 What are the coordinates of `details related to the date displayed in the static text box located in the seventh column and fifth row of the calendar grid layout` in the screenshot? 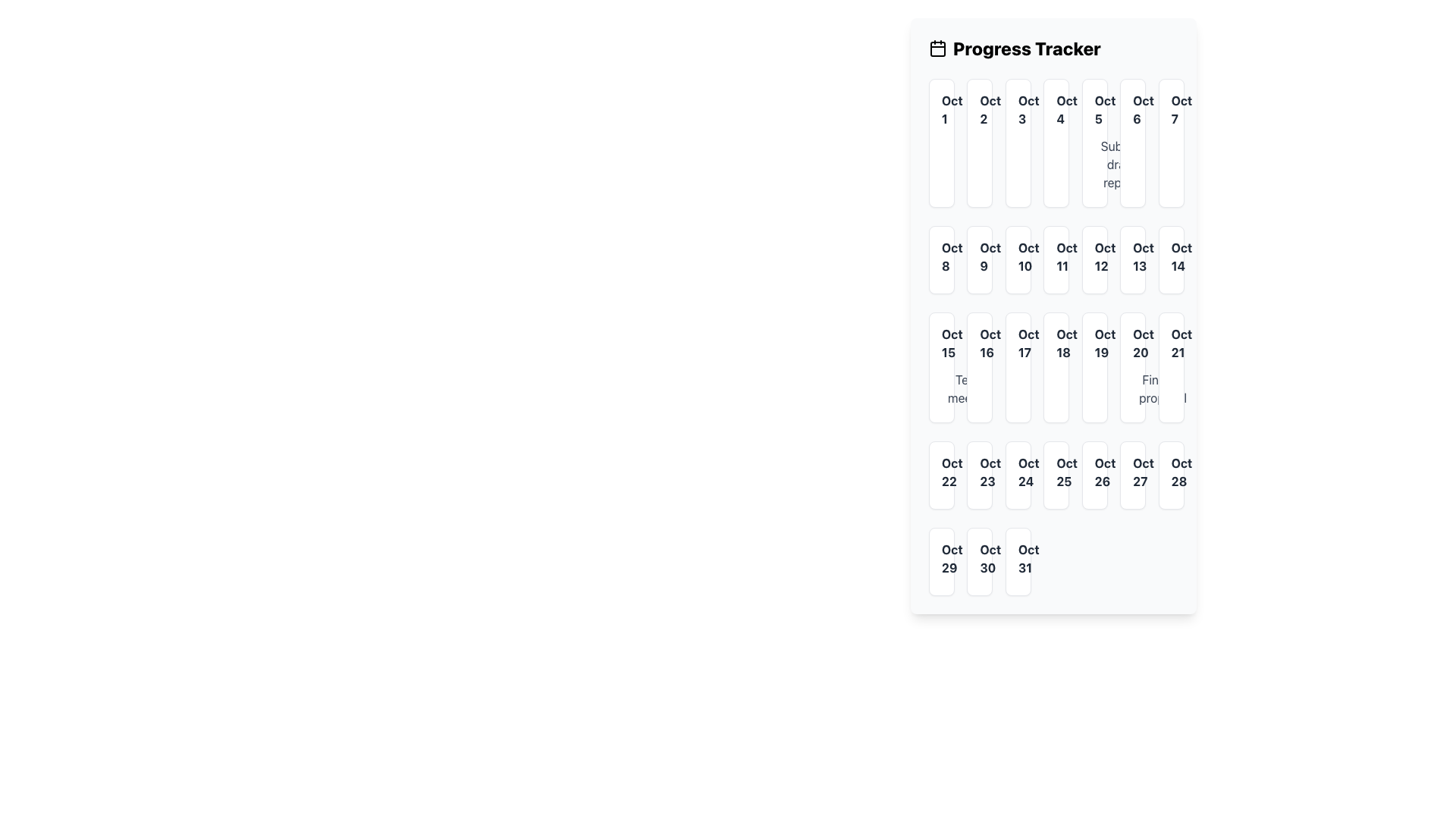 It's located at (1170, 475).